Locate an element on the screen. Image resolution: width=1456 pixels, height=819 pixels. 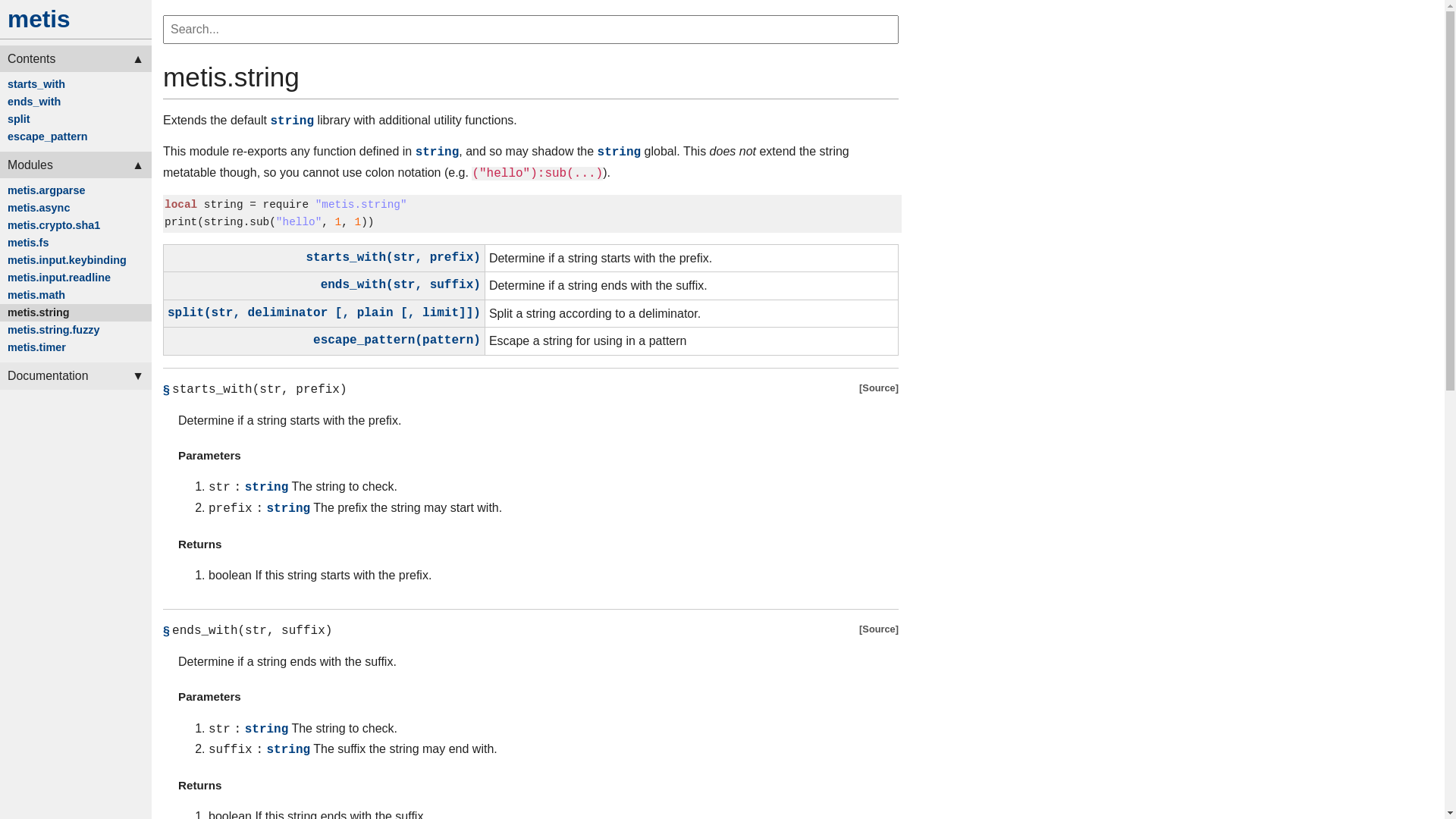
'metis.input.readline' is located at coordinates (75, 278).